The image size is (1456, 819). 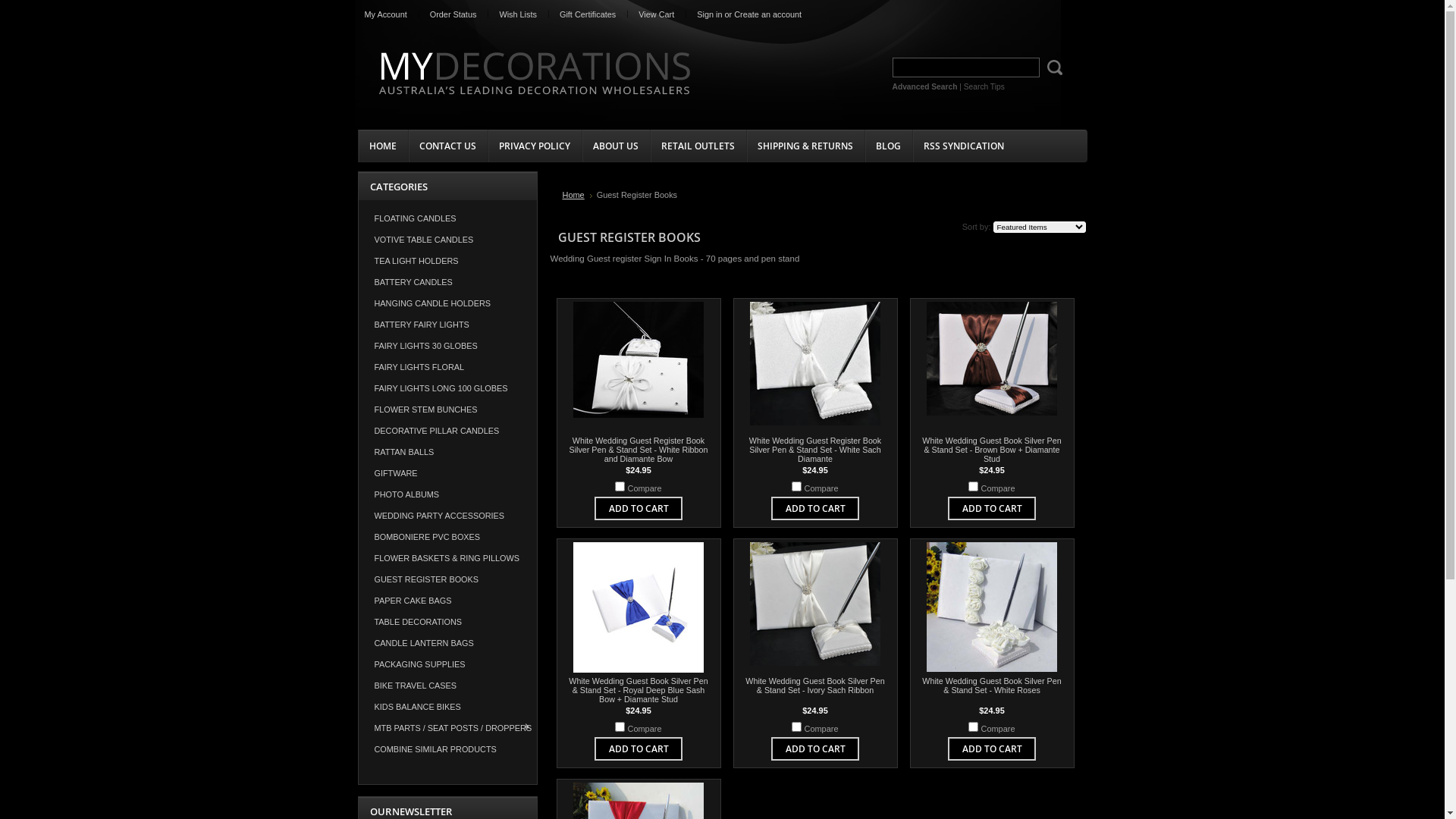 I want to click on 'PRIVACY POLICY', so click(x=534, y=146).